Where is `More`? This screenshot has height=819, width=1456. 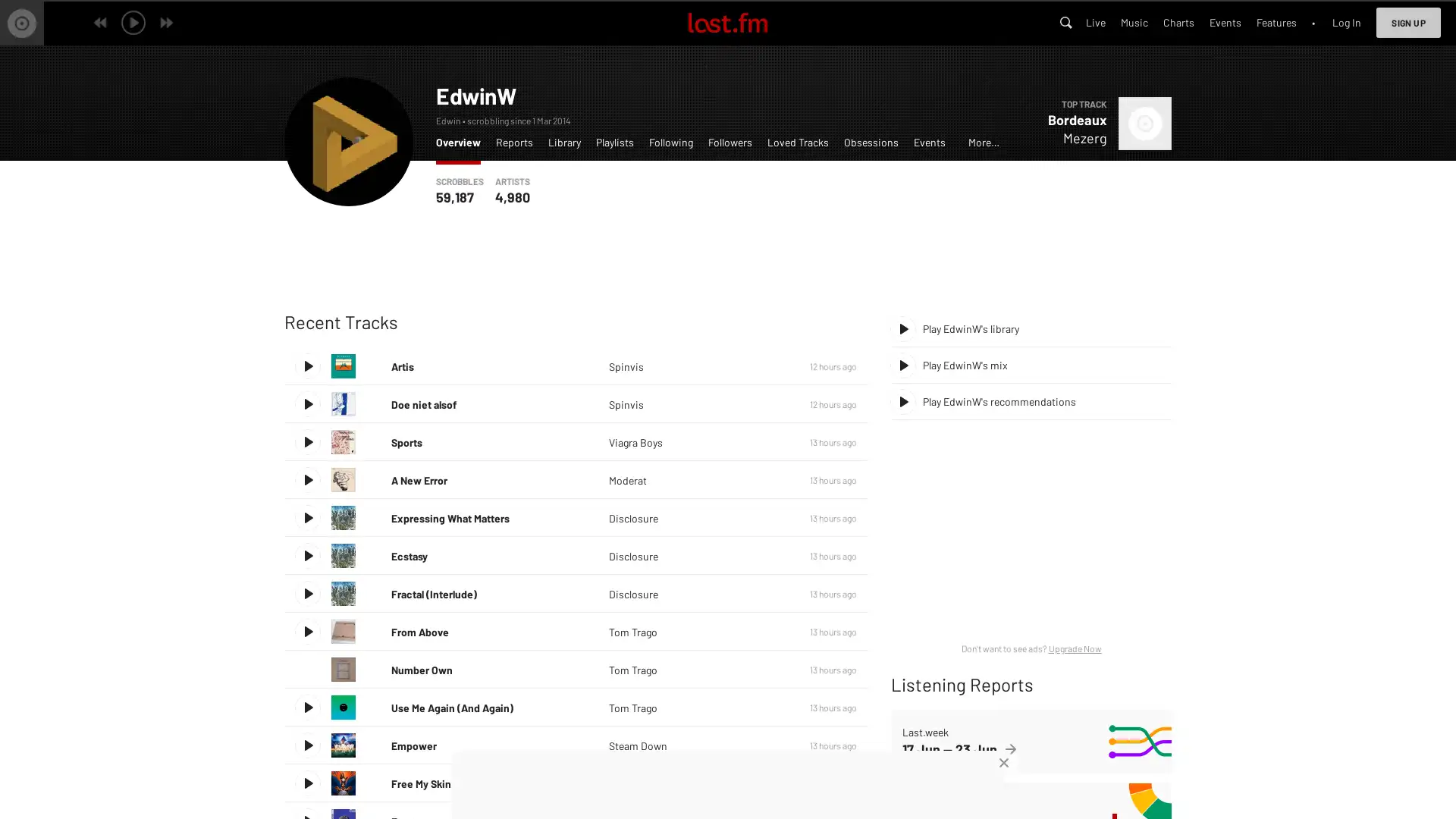
More is located at coordinates (764, 593).